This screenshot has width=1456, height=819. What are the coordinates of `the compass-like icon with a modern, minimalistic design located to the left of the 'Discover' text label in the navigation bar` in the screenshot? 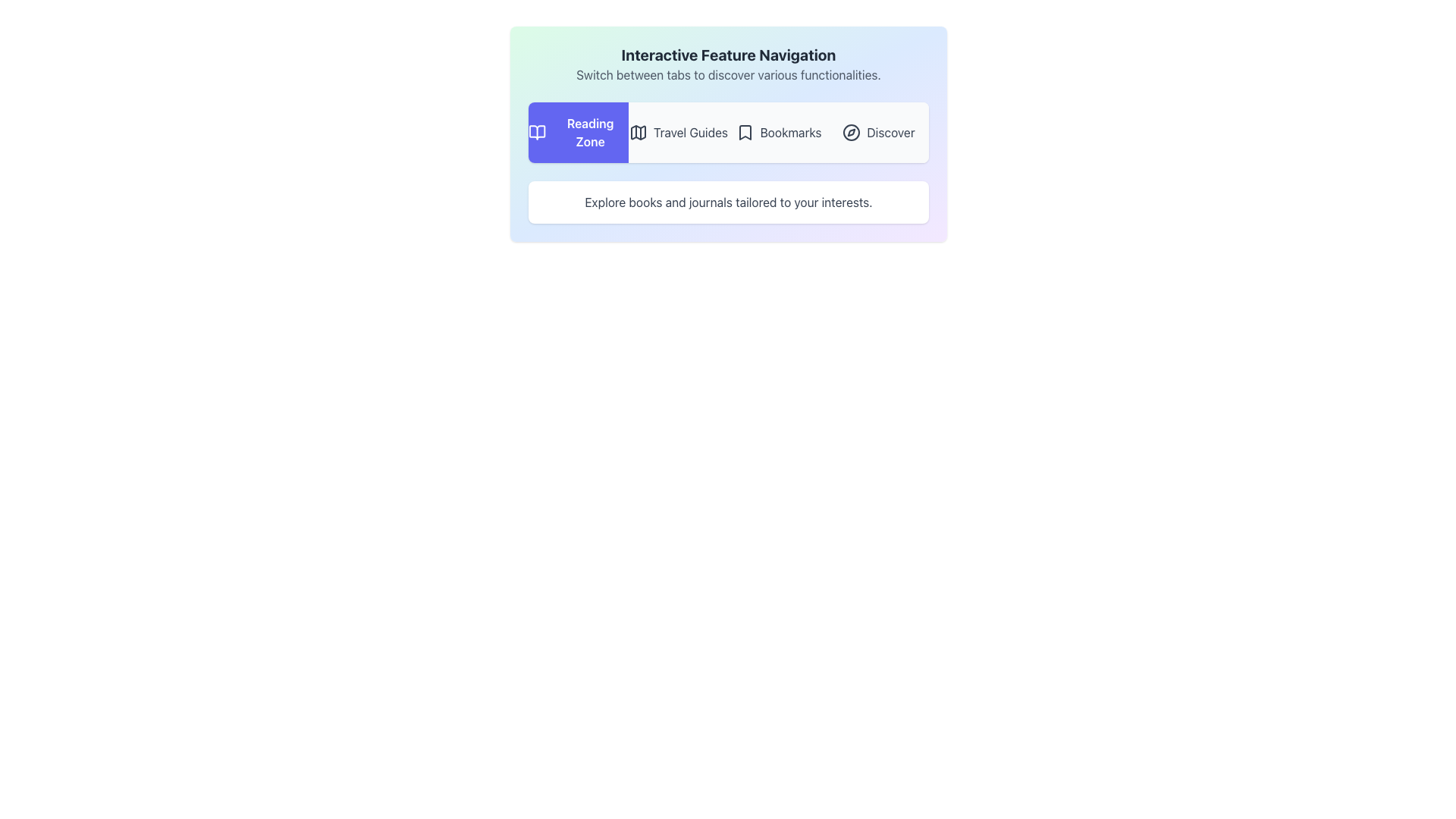 It's located at (852, 131).